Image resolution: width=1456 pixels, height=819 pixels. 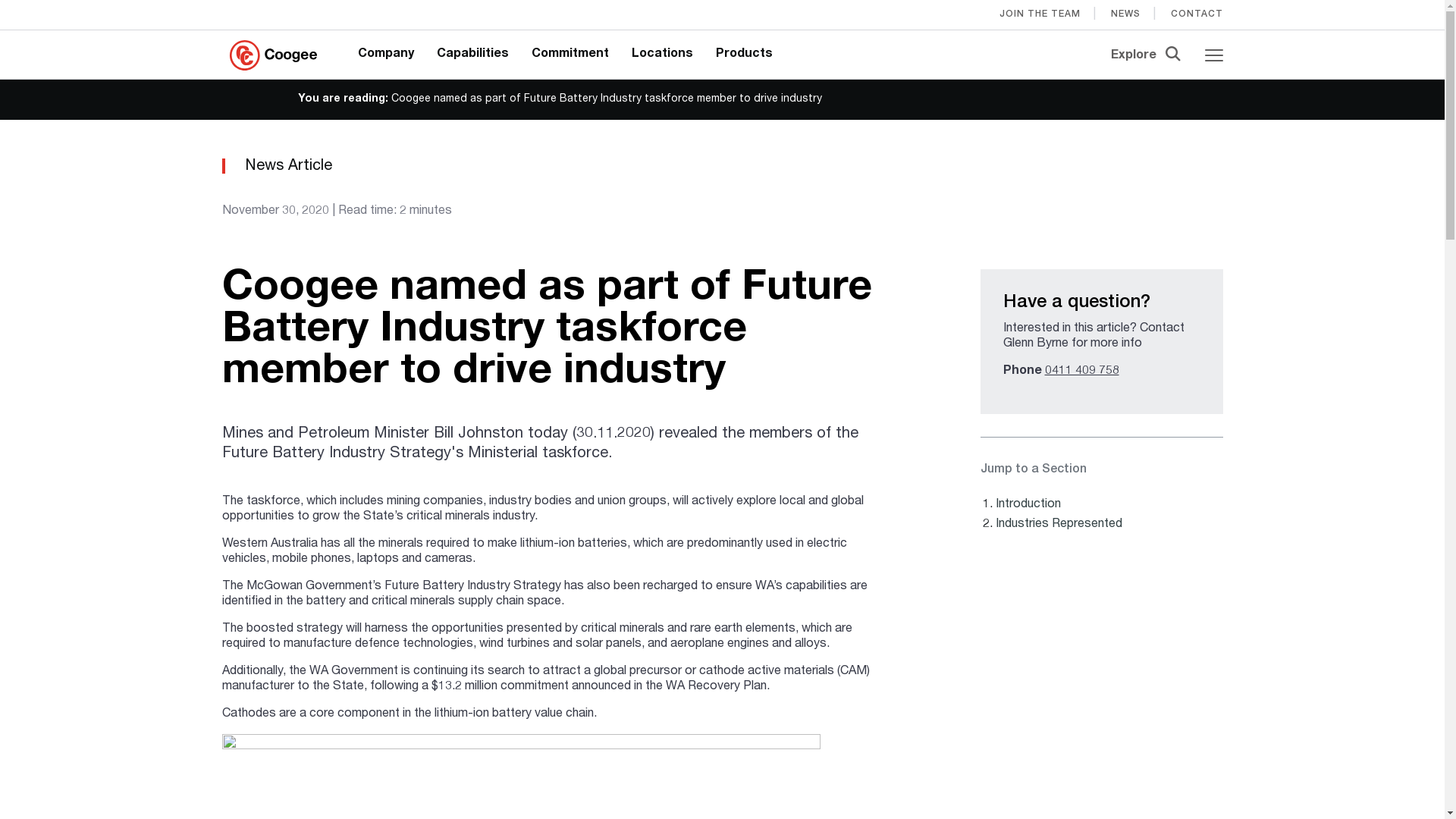 What do you see at coordinates (356, 54) in the screenshot?
I see `'Company'` at bounding box center [356, 54].